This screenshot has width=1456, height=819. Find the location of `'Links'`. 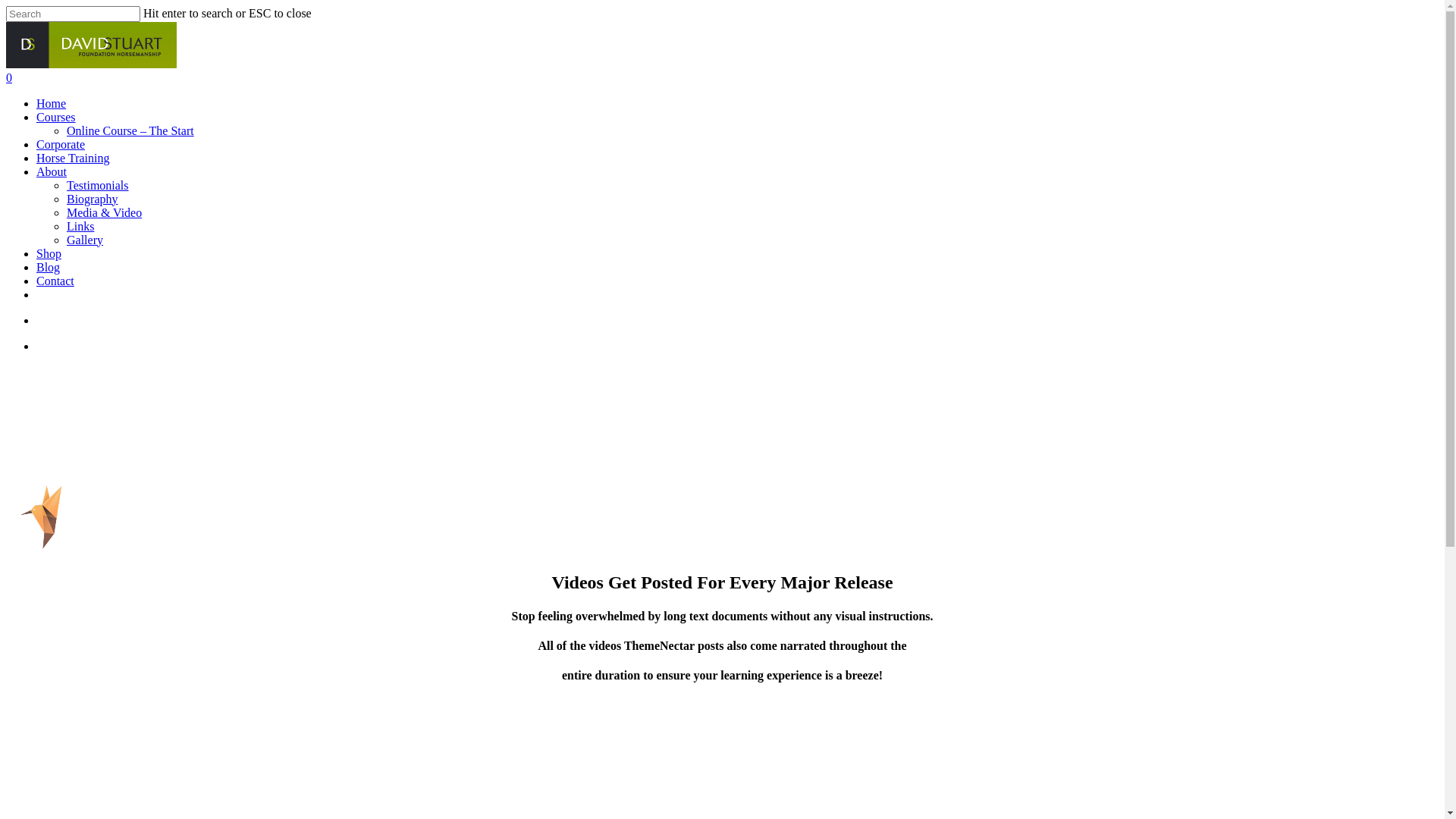

'Links' is located at coordinates (79, 226).